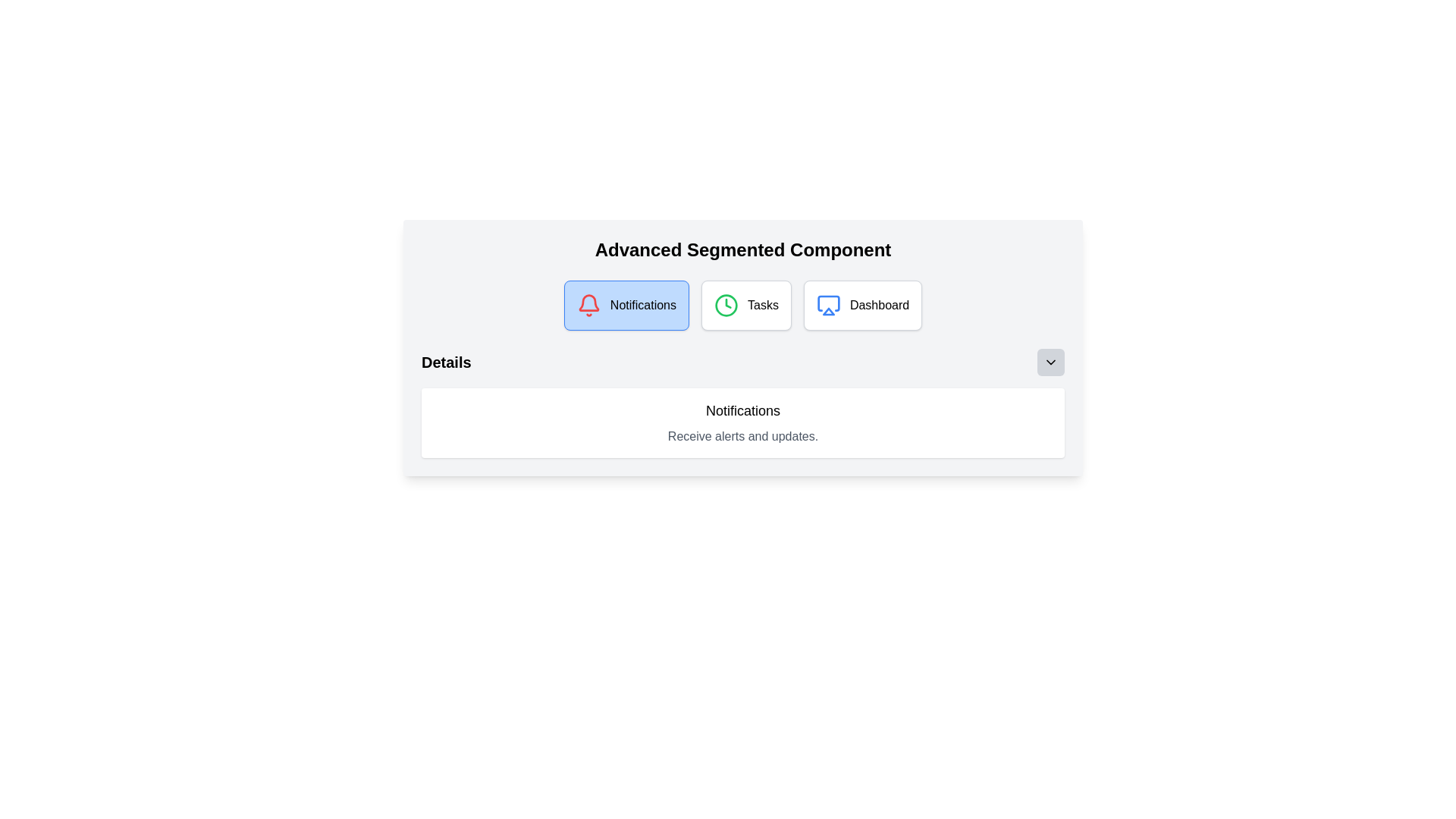 This screenshot has width=1456, height=819. What do you see at coordinates (626, 305) in the screenshot?
I see `the 'Notifications' button located at the top of the segmenting component, positioned at the leftmost side of the row of buttons` at bounding box center [626, 305].